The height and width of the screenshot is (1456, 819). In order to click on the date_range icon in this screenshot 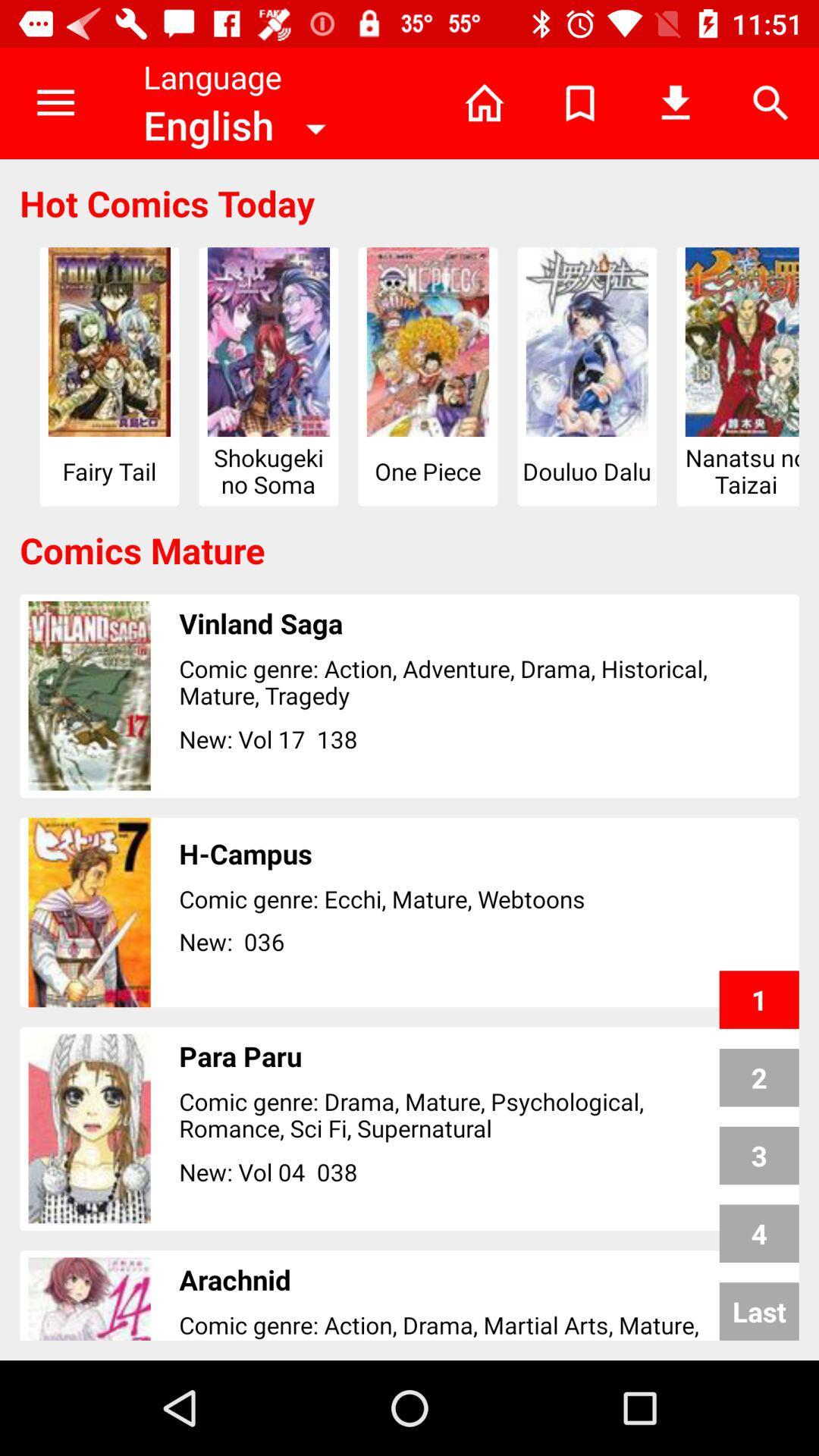, I will do `click(763, 1304)`.